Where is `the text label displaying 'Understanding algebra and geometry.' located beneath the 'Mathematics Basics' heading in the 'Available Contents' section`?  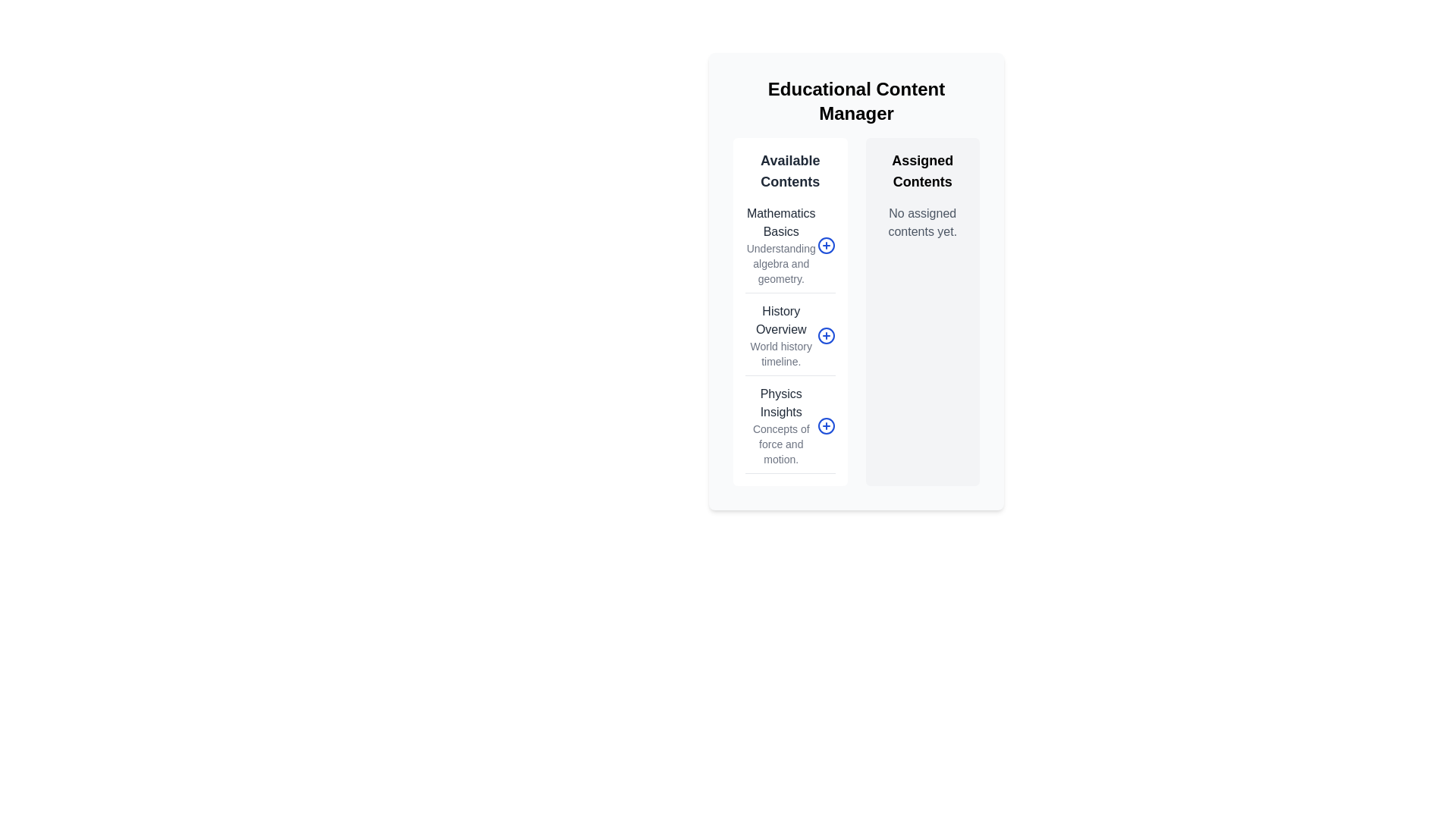 the text label displaying 'Understanding algebra and geometry.' located beneath the 'Mathematics Basics' heading in the 'Available Contents' section is located at coordinates (781, 262).